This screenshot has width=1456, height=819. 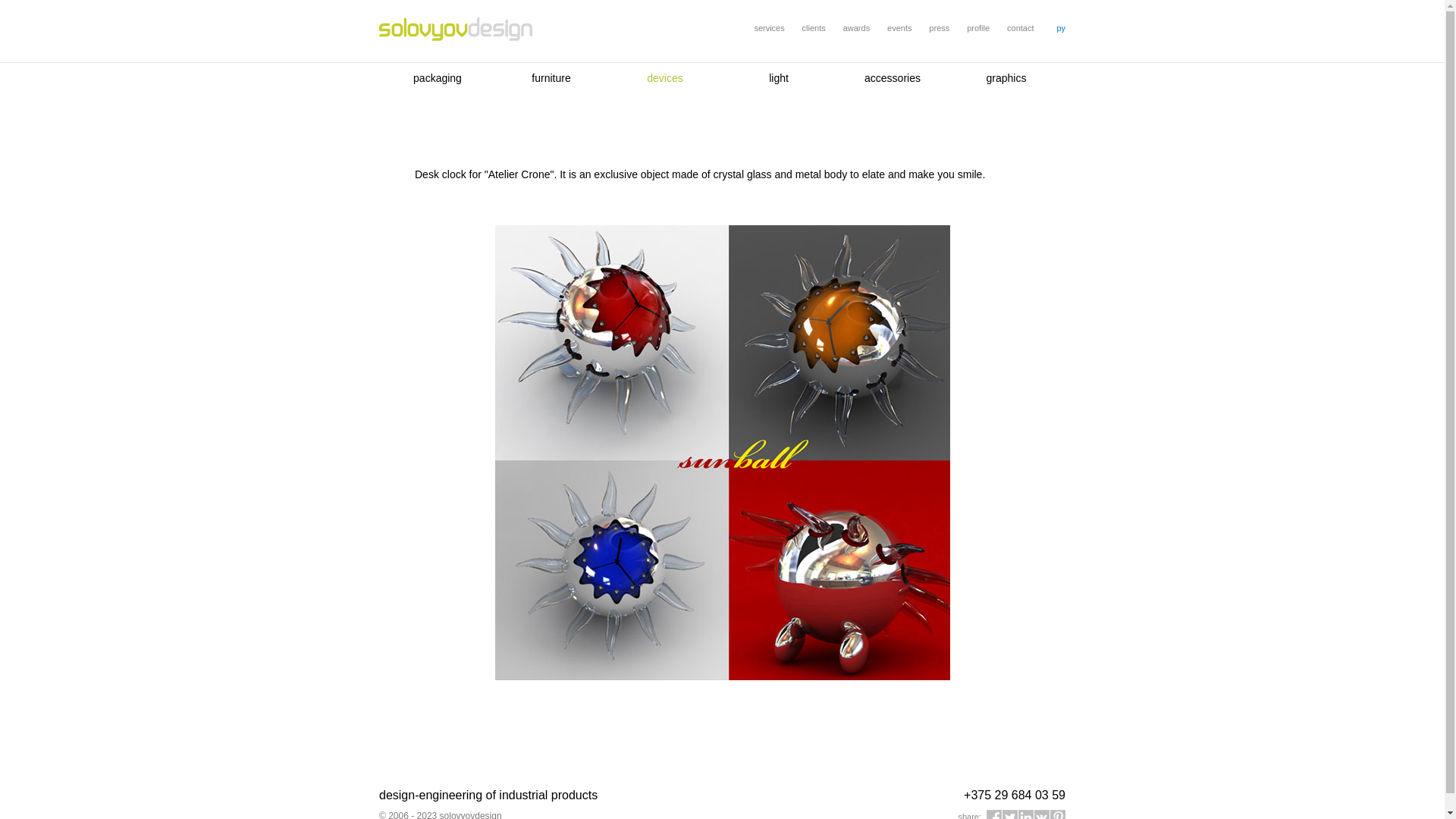 What do you see at coordinates (963, 794) in the screenshot?
I see `'+375 29 684 03 59'` at bounding box center [963, 794].